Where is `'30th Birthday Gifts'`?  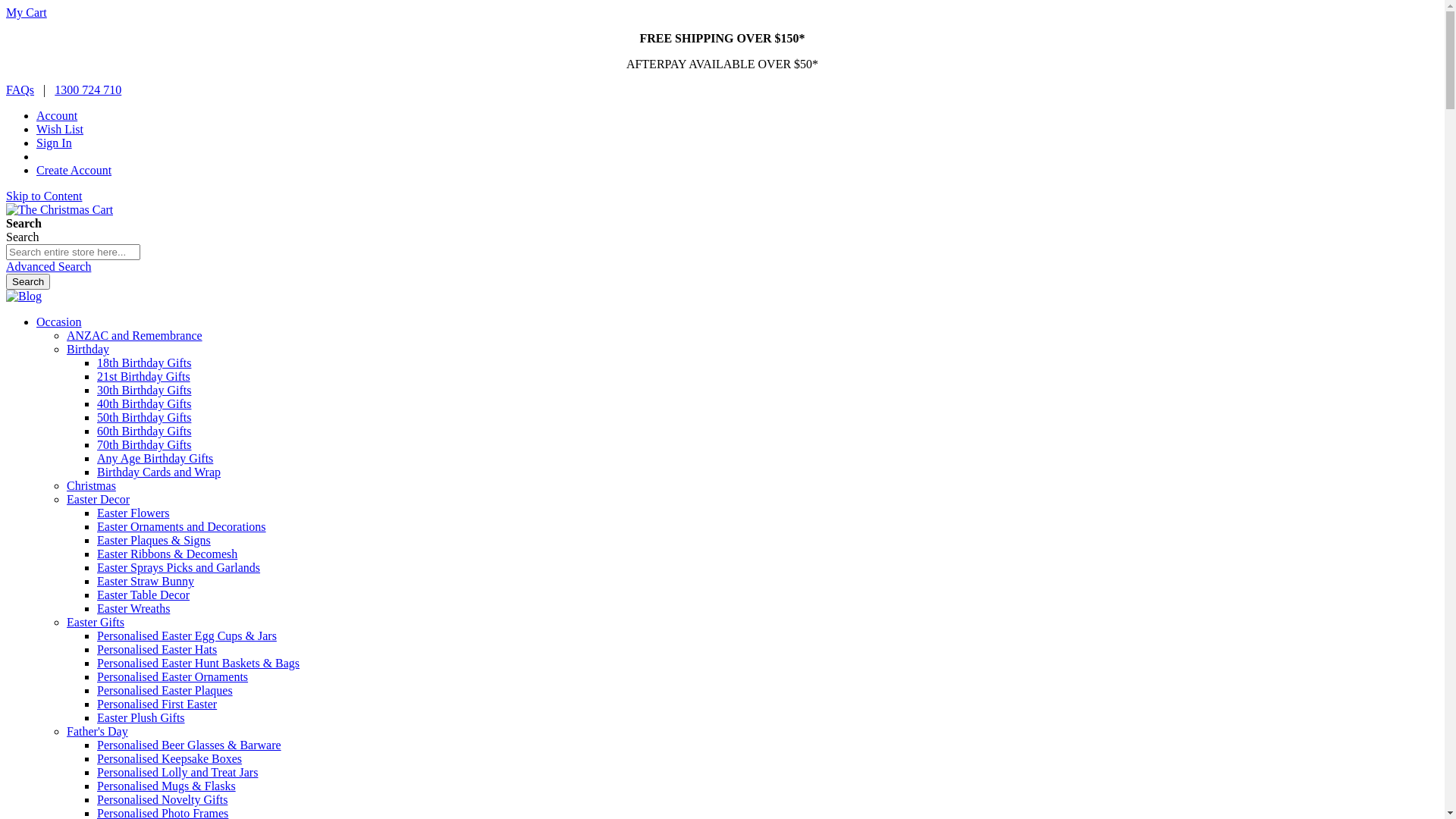 '30th Birthday Gifts' is located at coordinates (144, 389).